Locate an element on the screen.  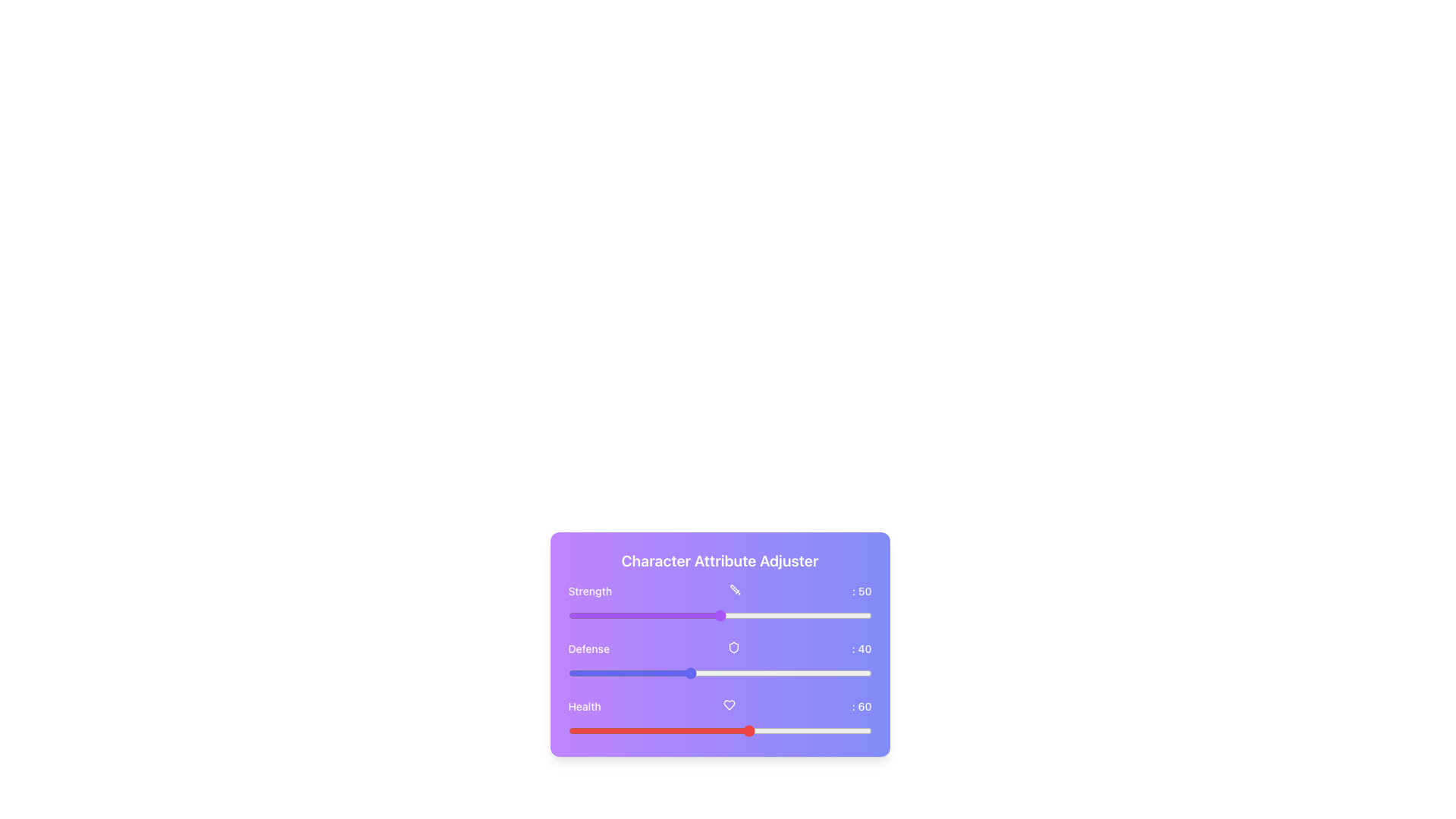
the Strength attribute is located at coordinates (667, 616).